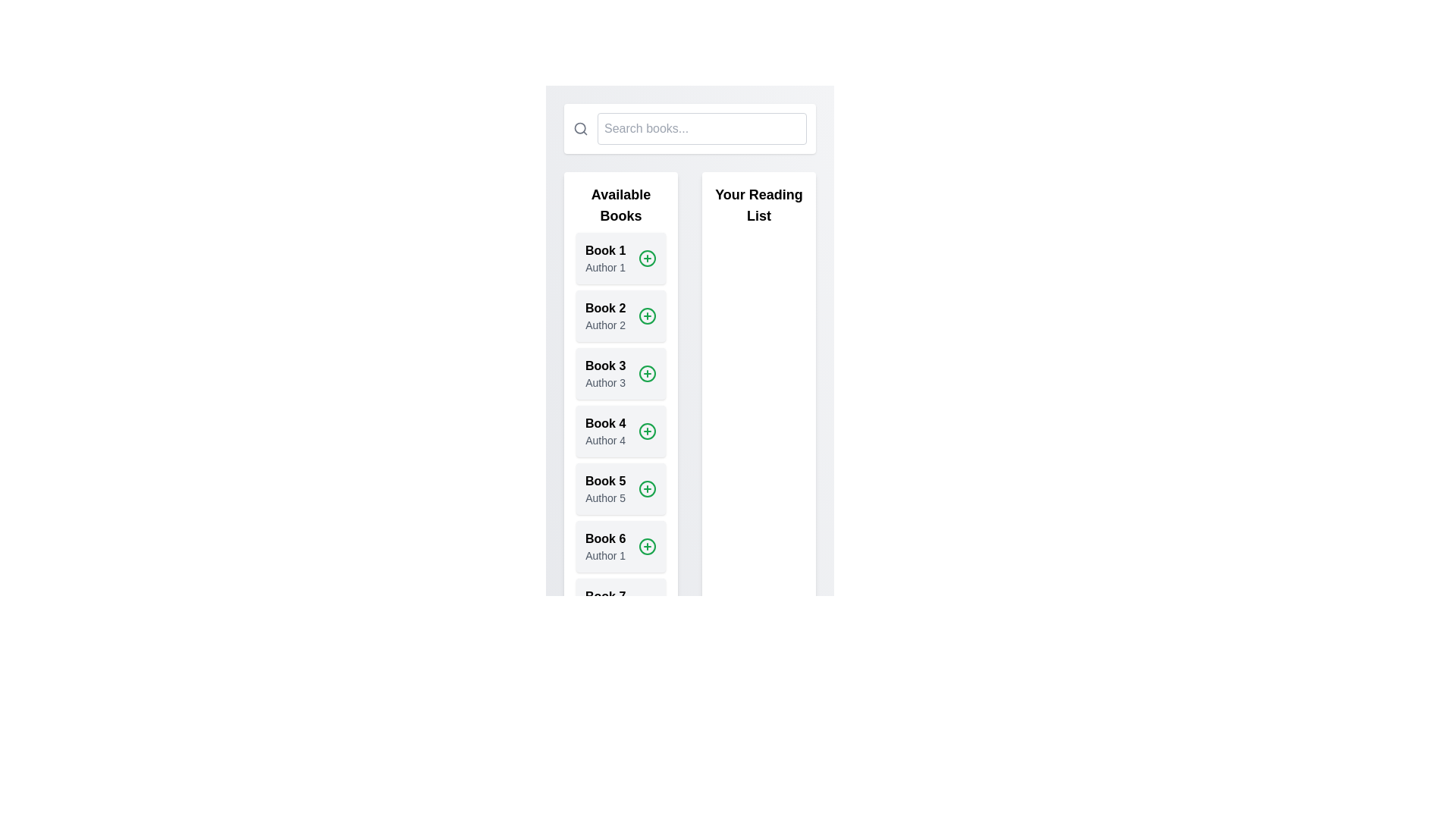 The height and width of the screenshot is (819, 1456). Describe the element at coordinates (604, 382) in the screenshot. I see `the text label 'Author 3' which is styled in gray and located beneath the bold 'Book 3' label, part of the description area for 'Book 3'` at that location.